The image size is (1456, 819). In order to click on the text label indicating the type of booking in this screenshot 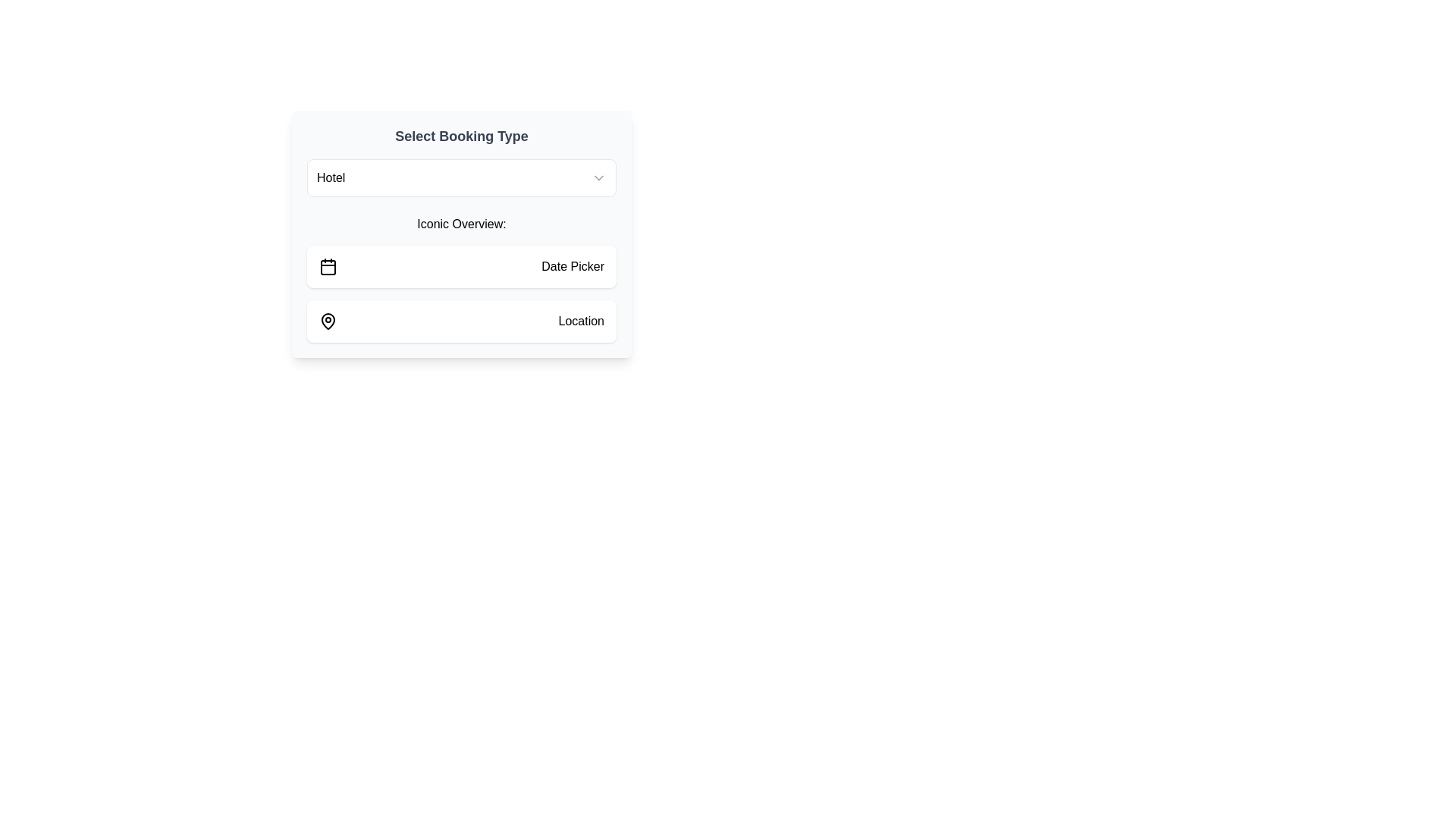, I will do `click(330, 177)`.